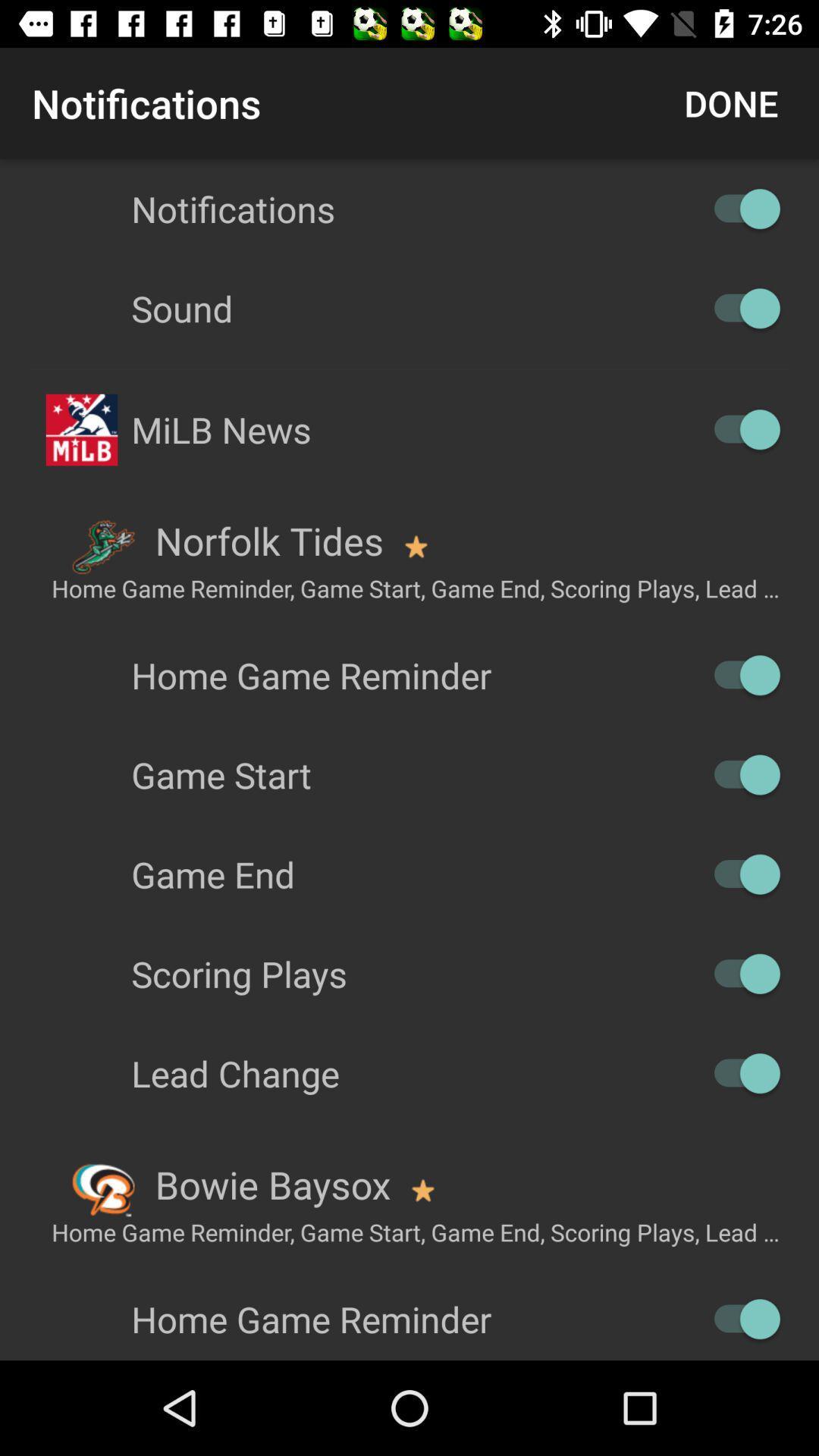  I want to click on off on option, so click(739, 208).